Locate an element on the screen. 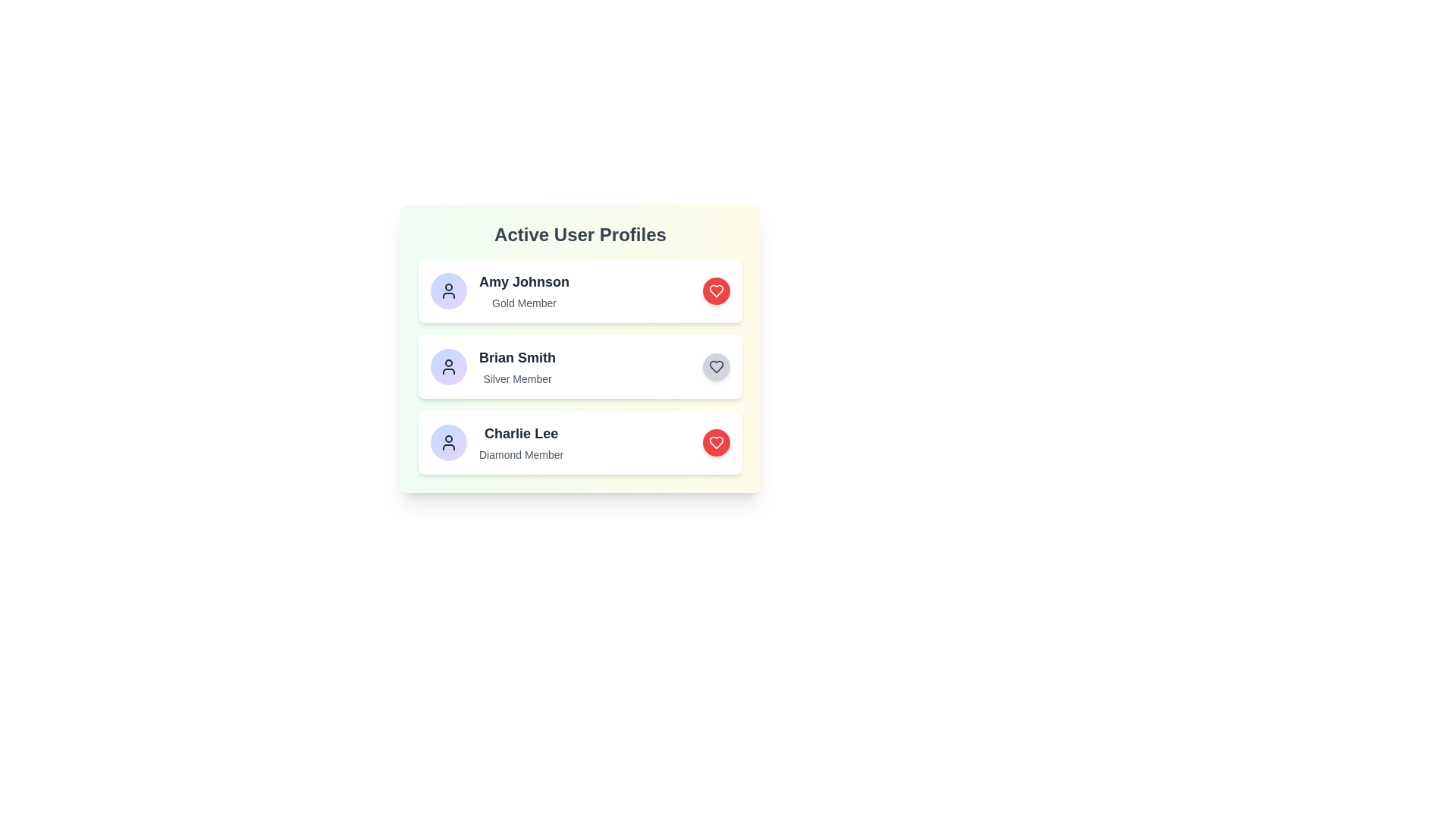 This screenshot has width=1456, height=819. the circular red button with a white heart icon, located to the right of 'Charlie Lee', to interact with it is located at coordinates (716, 442).